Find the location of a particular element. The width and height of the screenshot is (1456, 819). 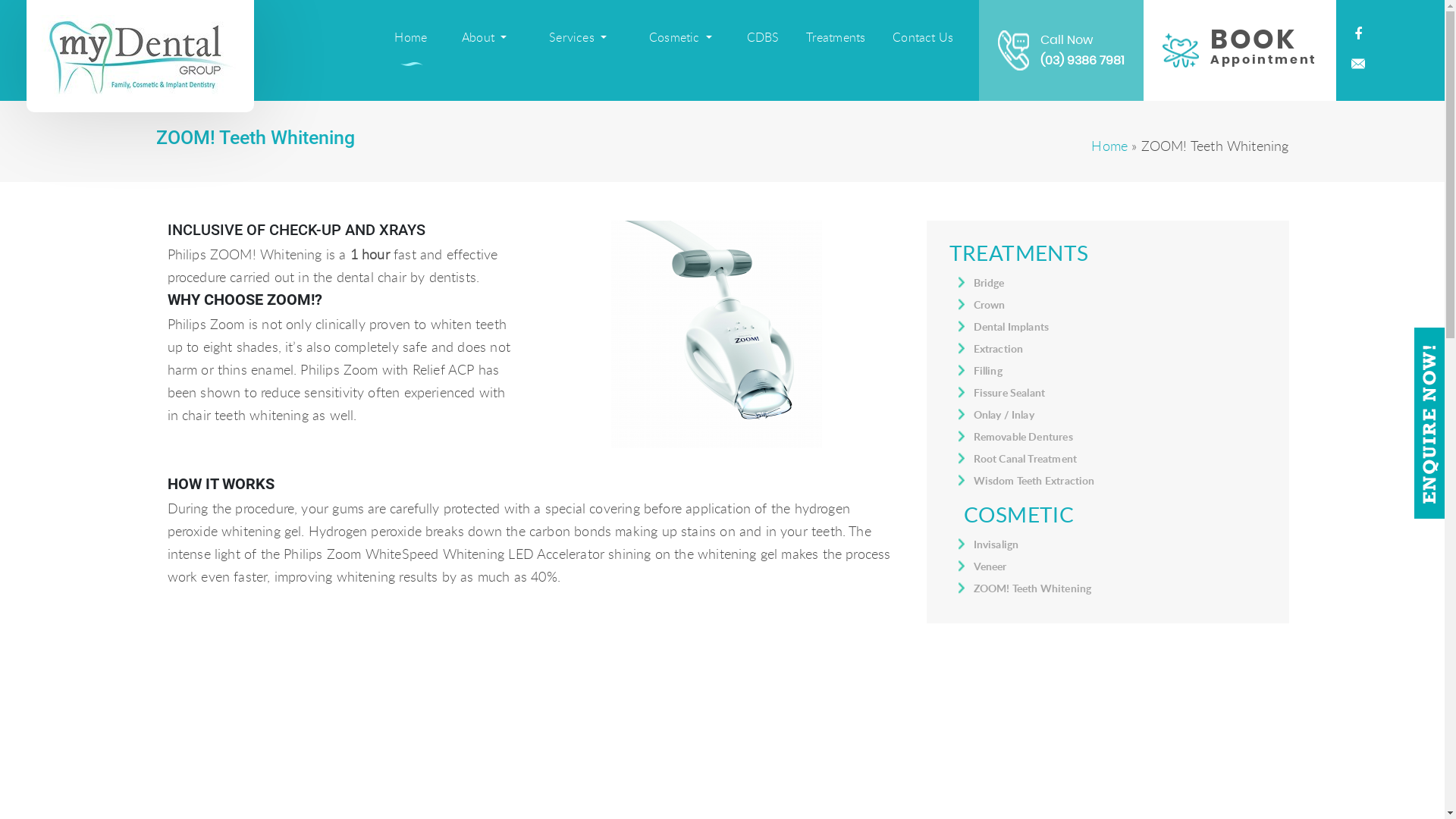

'facebook' is located at coordinates (1357, 34).